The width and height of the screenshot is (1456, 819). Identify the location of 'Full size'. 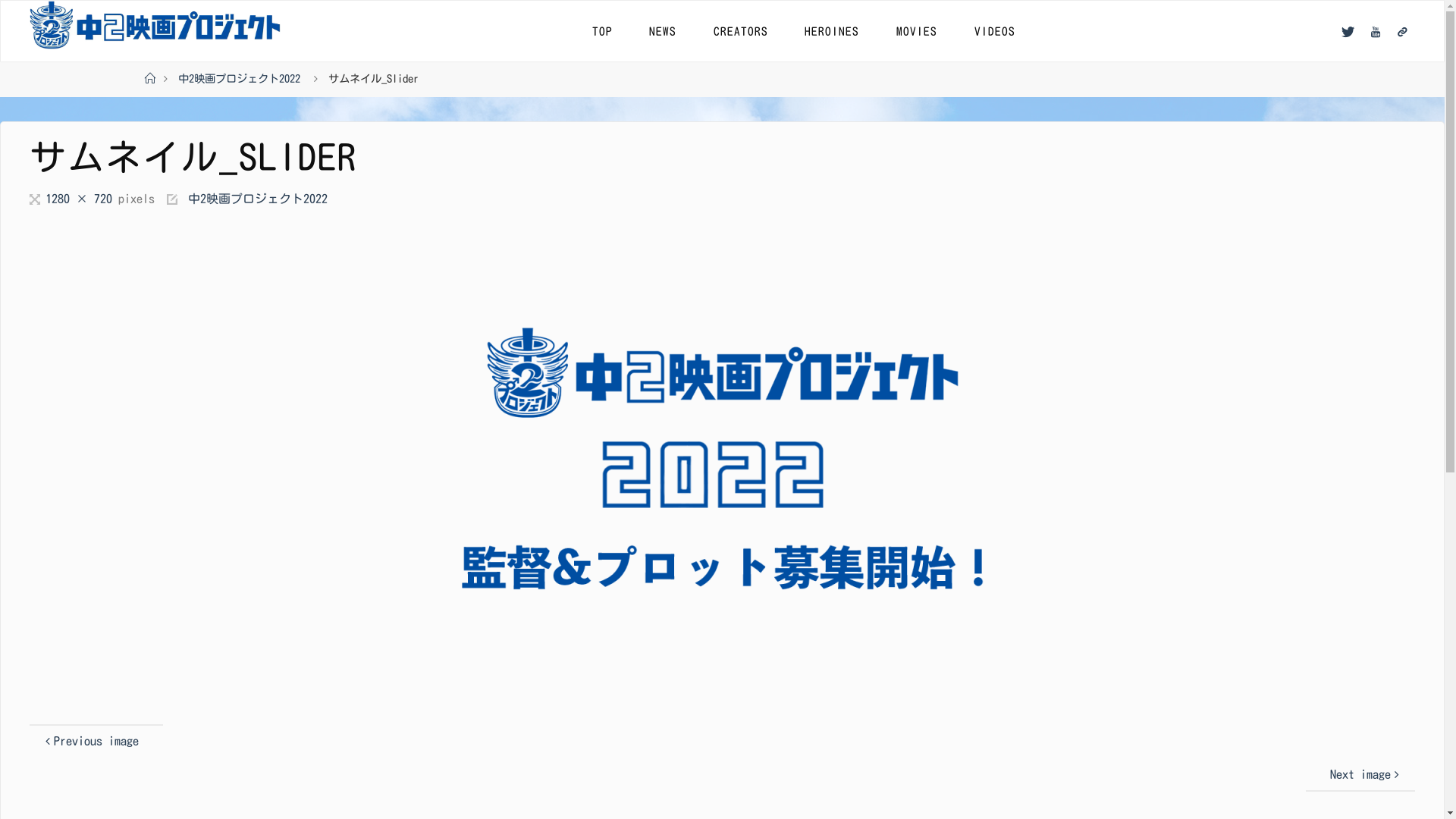
(36, 198).